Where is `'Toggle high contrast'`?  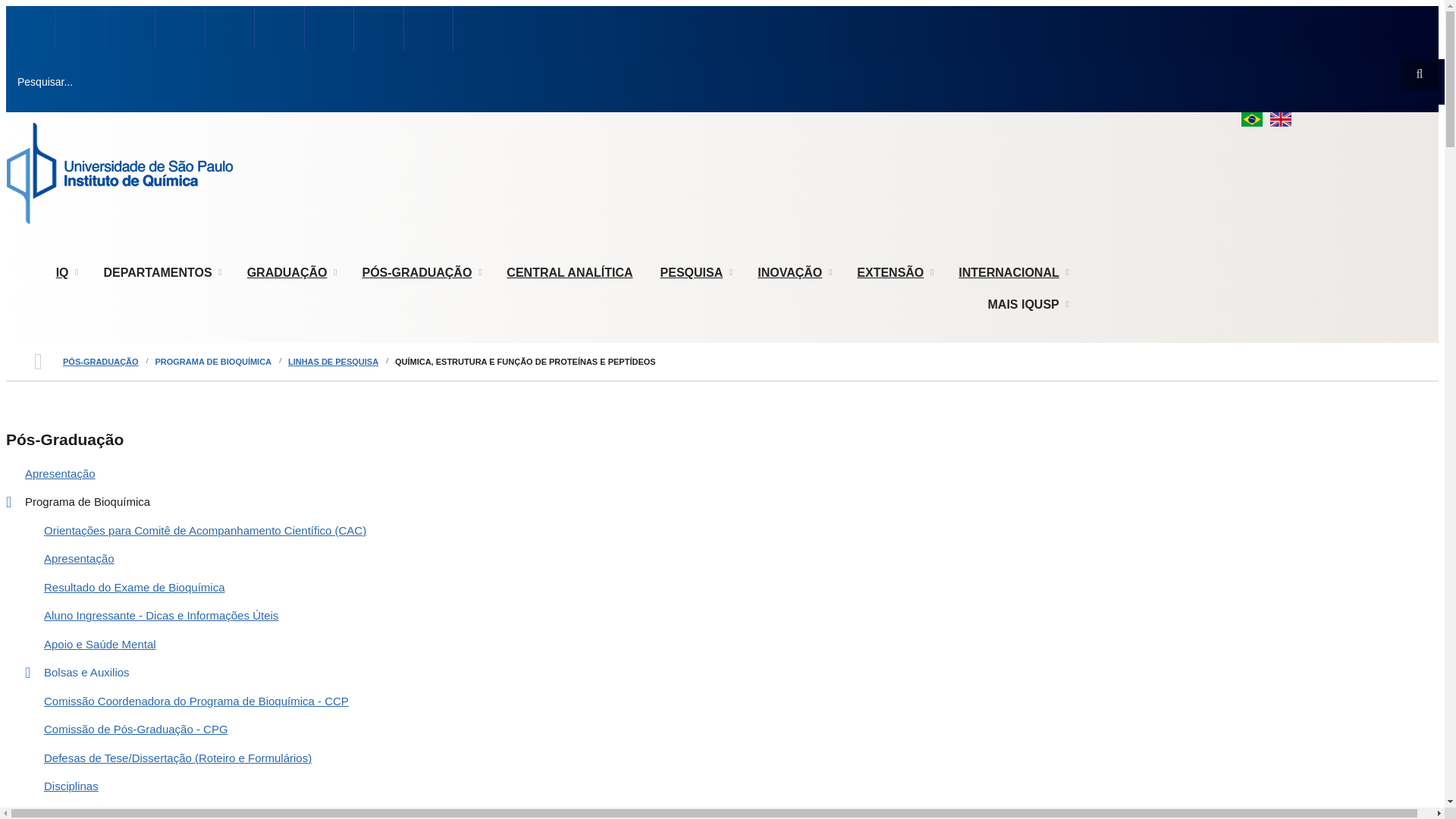 'Toggle high contrast' is located at coordinates (57, 6).